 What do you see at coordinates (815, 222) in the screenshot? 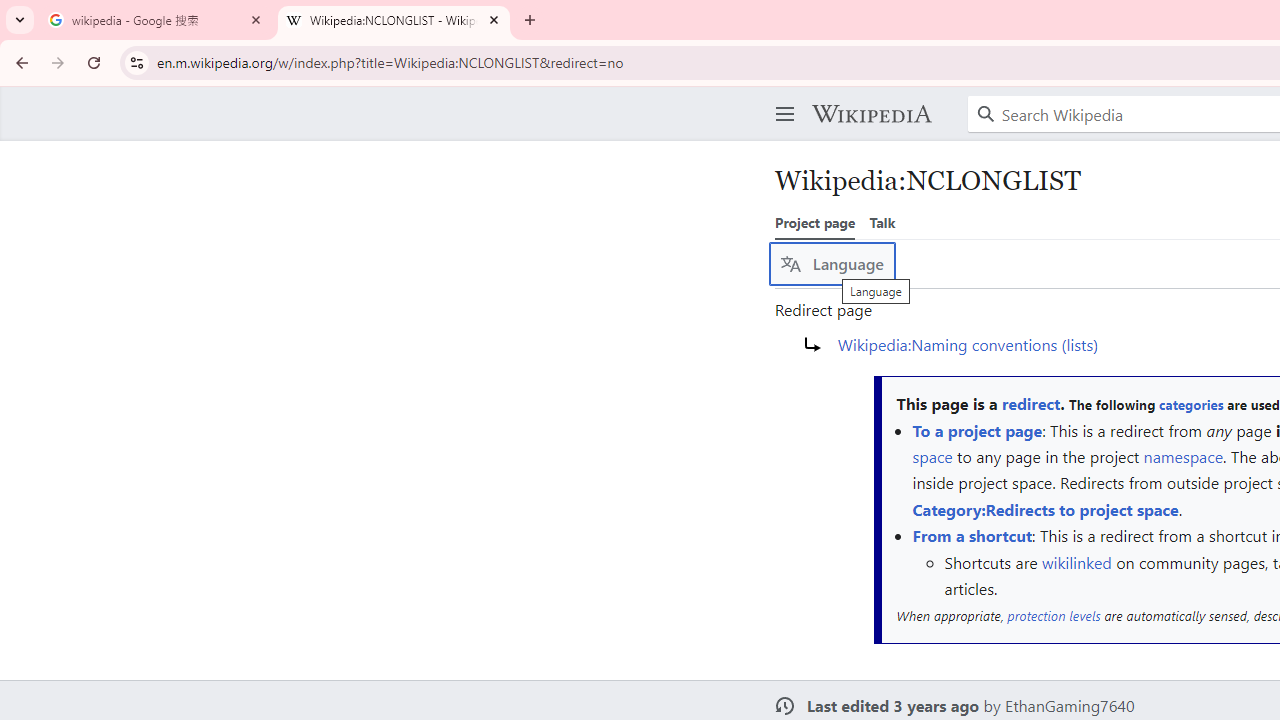
I see `'Project page'` at bounding box center [815, 222].